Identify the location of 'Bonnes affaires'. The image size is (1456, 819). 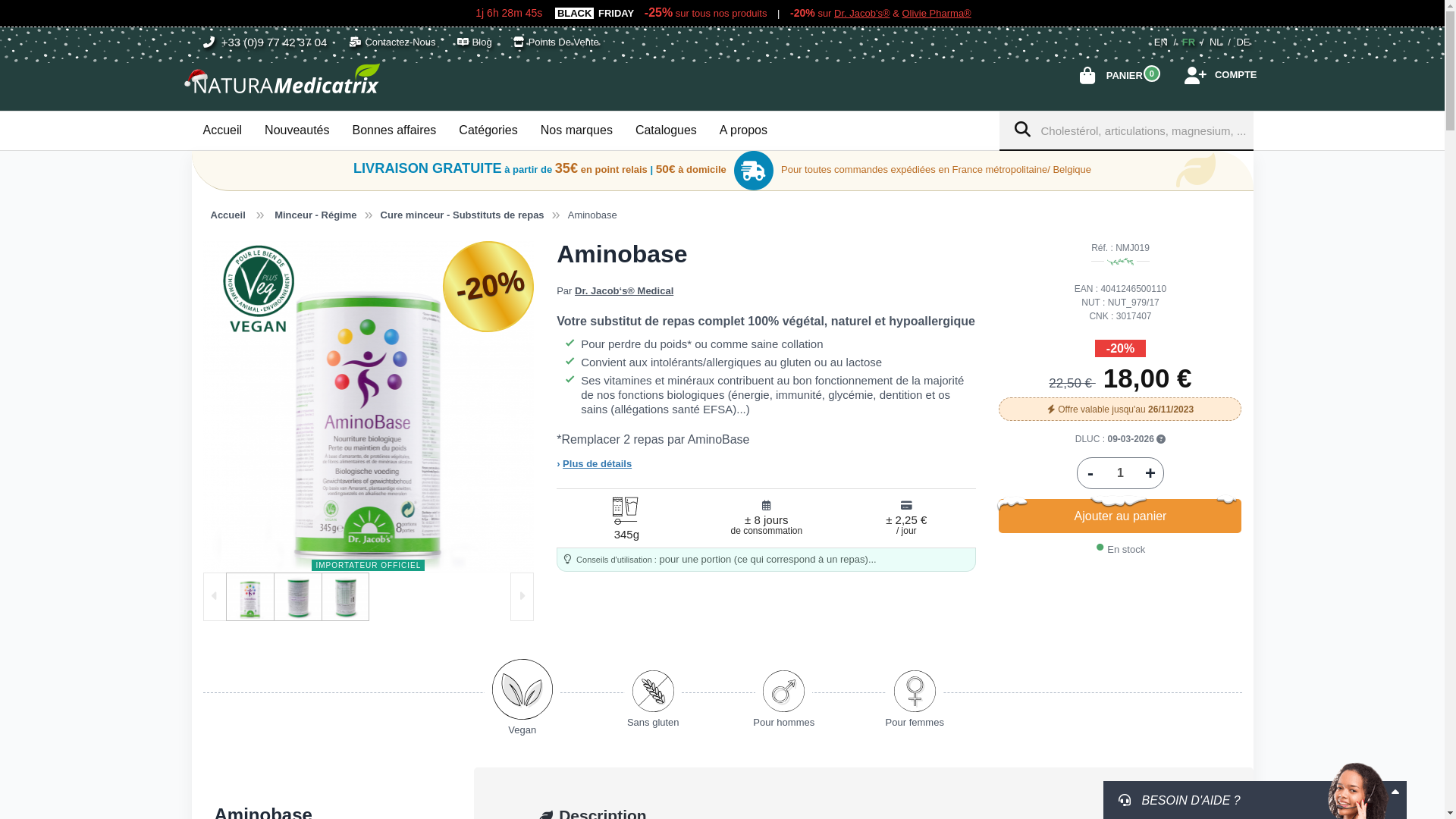
(394, 130).